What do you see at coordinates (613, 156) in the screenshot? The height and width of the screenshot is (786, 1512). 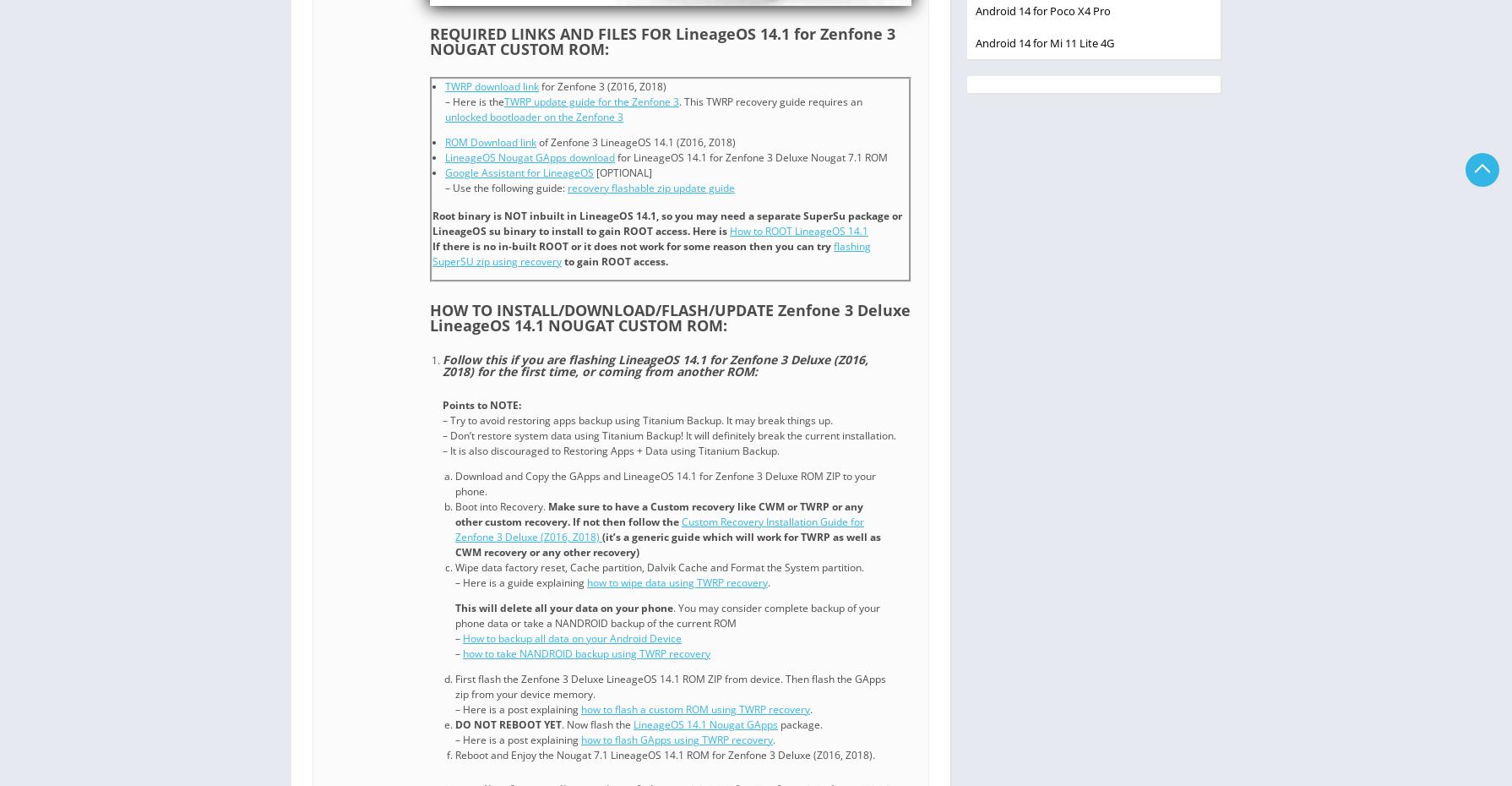 I see `'for LineageOS 14.1 for Zenfone 3 Deluxe Nougat 7.1 ROM'` at bounding box center [613, 156].